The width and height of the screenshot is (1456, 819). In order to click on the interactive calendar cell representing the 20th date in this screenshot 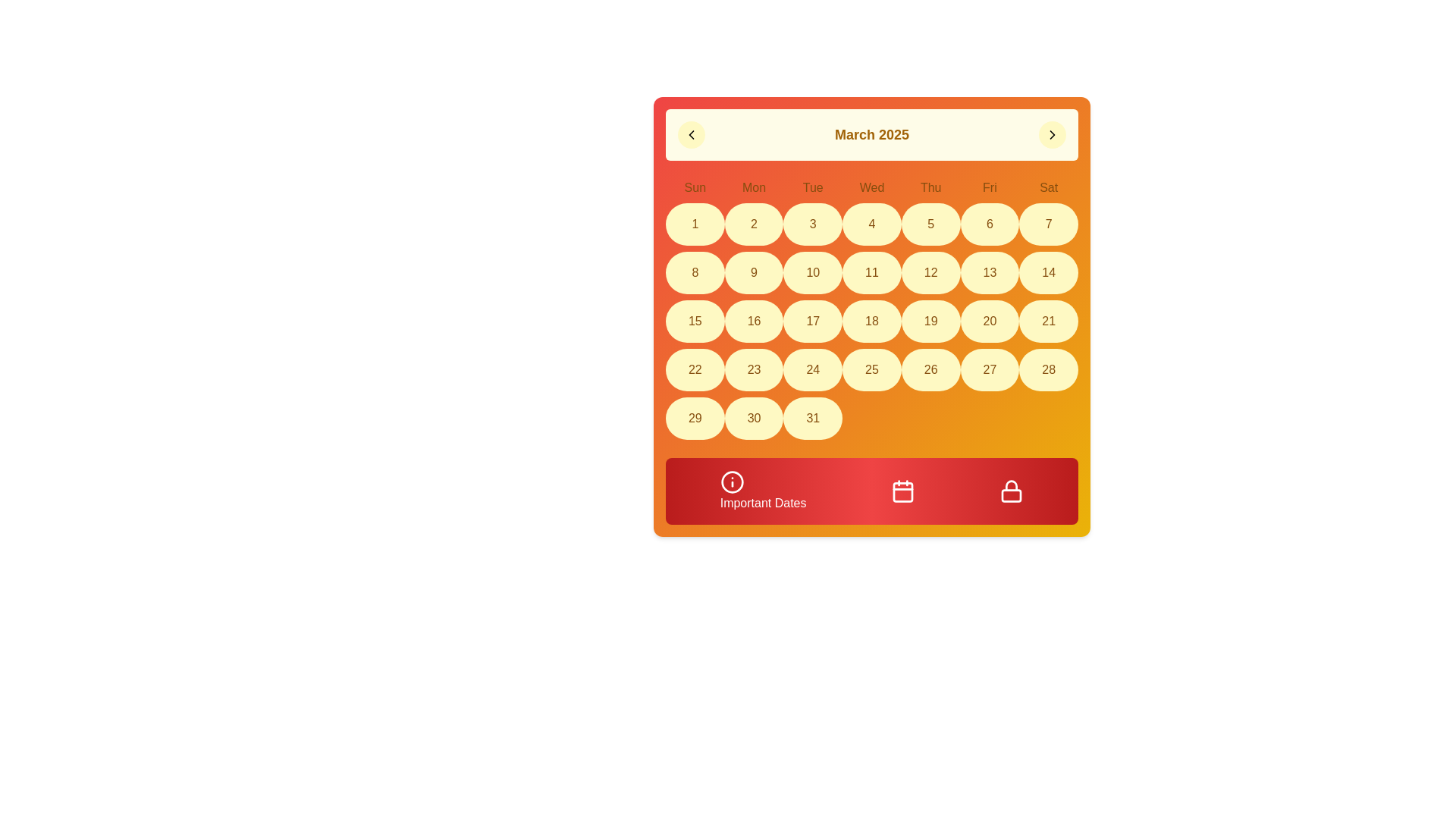, I will do `click(990, 321)`.